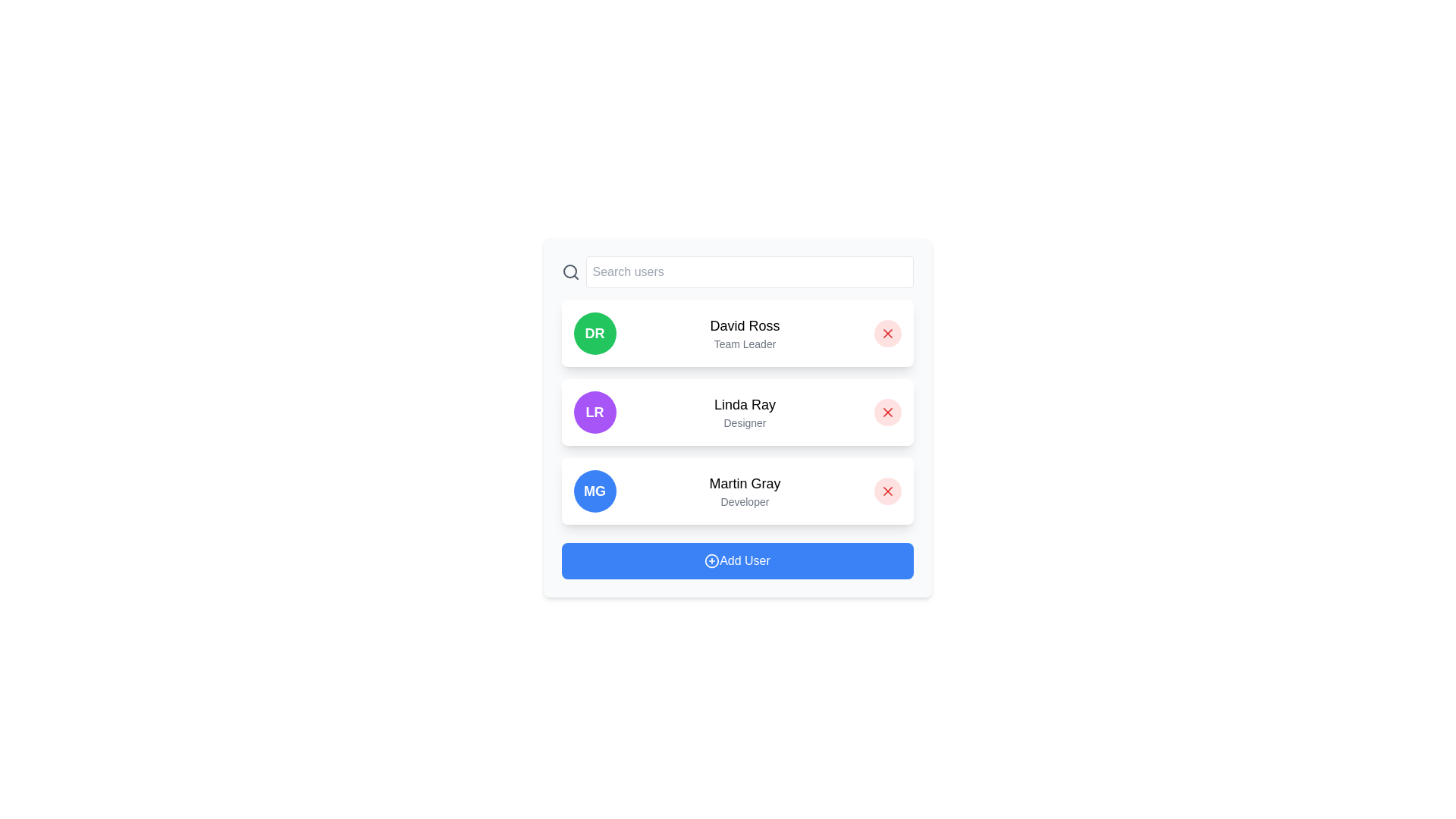  Describe the element at coordinates (711, 561) in the screenshot. I see `the Circle SVG graphic that is centered within the 'Add User' button located at the bottom of the interface` at that location.